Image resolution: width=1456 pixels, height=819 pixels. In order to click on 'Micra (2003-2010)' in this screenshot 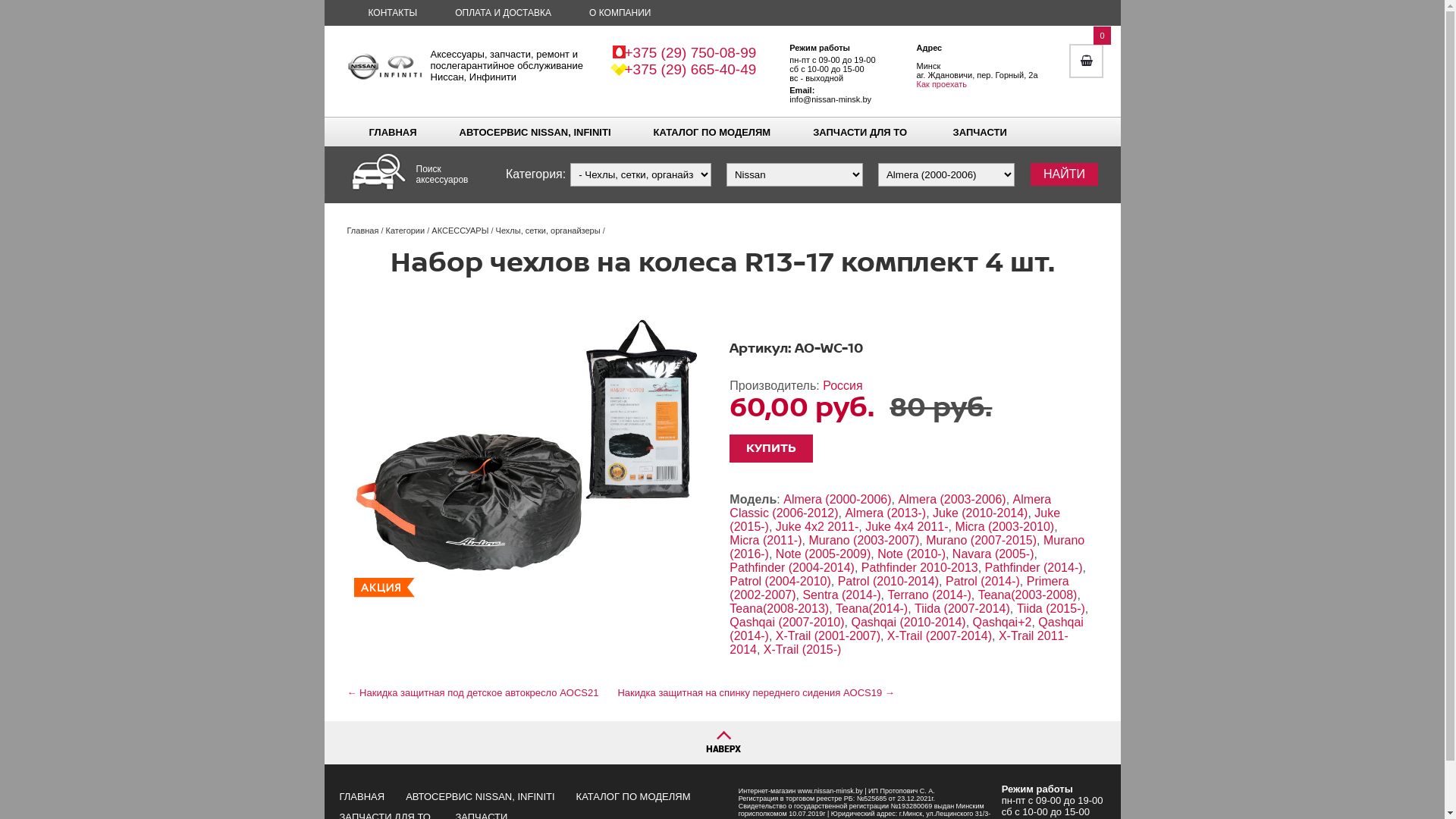, I will do `click(1004, 526)`.